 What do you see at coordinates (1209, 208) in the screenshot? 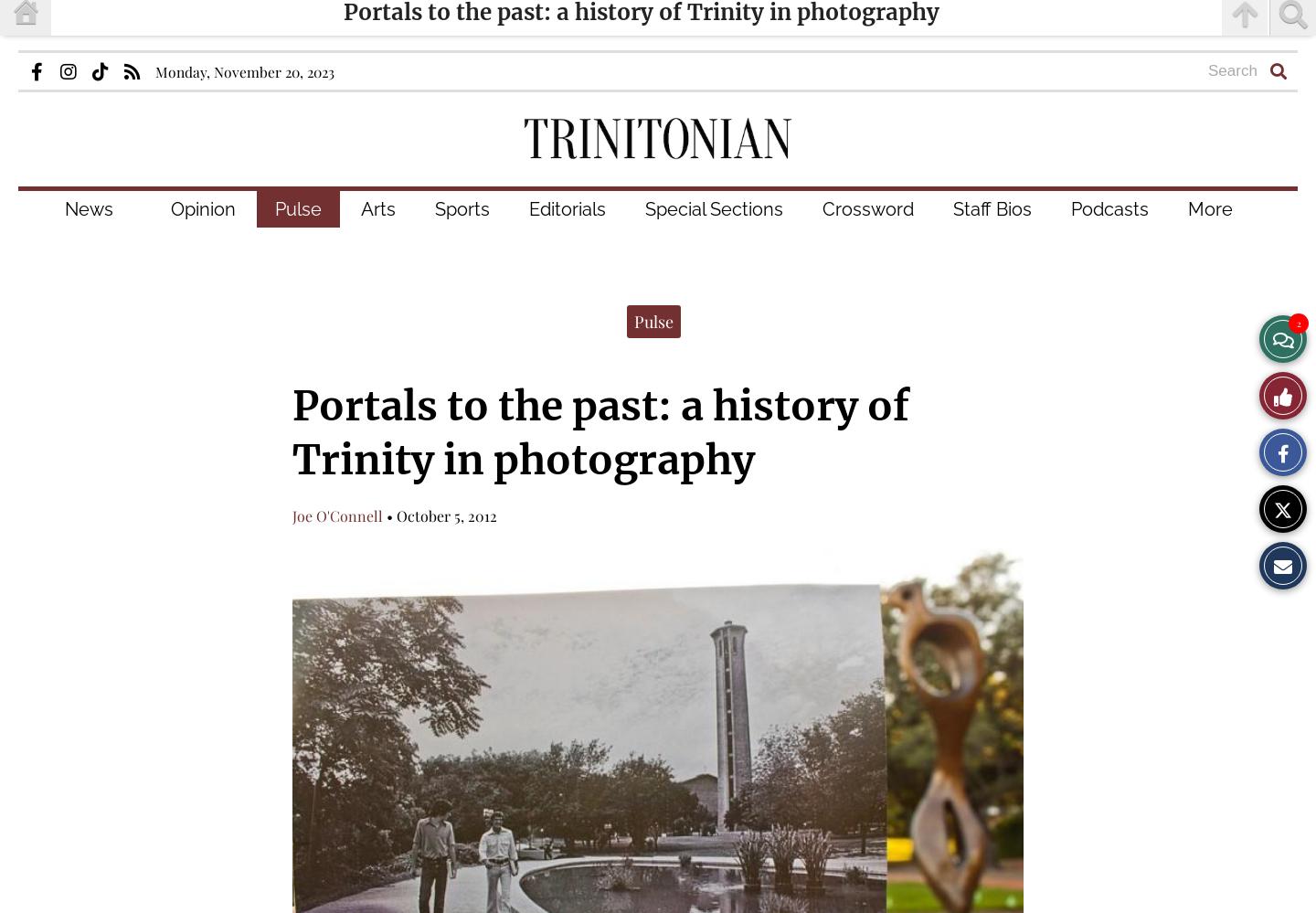
I see `'More'` at bounding box center [1209, 208].